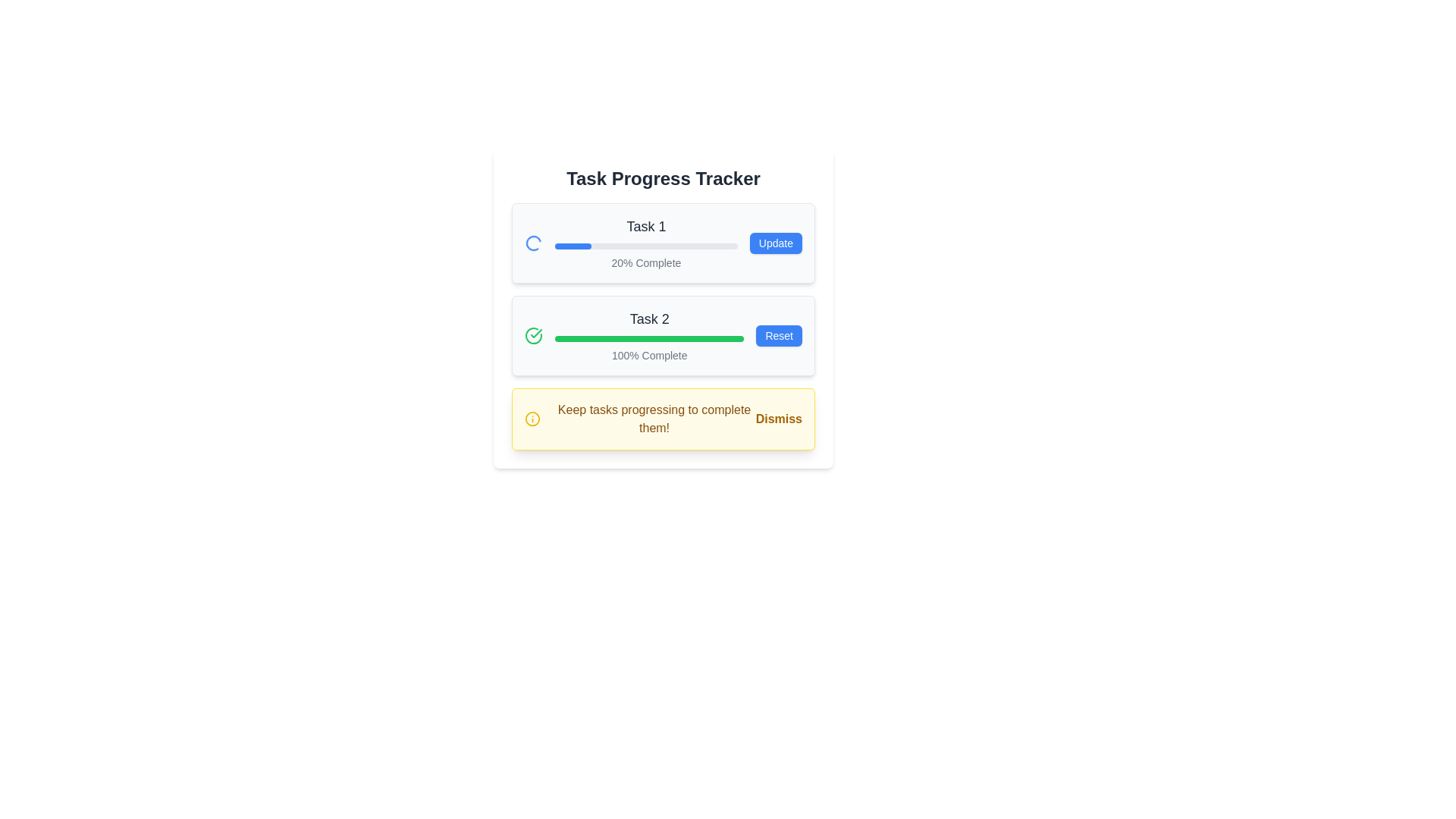  I want to click on the Progress Bar element under the title 'Task 1', so click(645, 242).